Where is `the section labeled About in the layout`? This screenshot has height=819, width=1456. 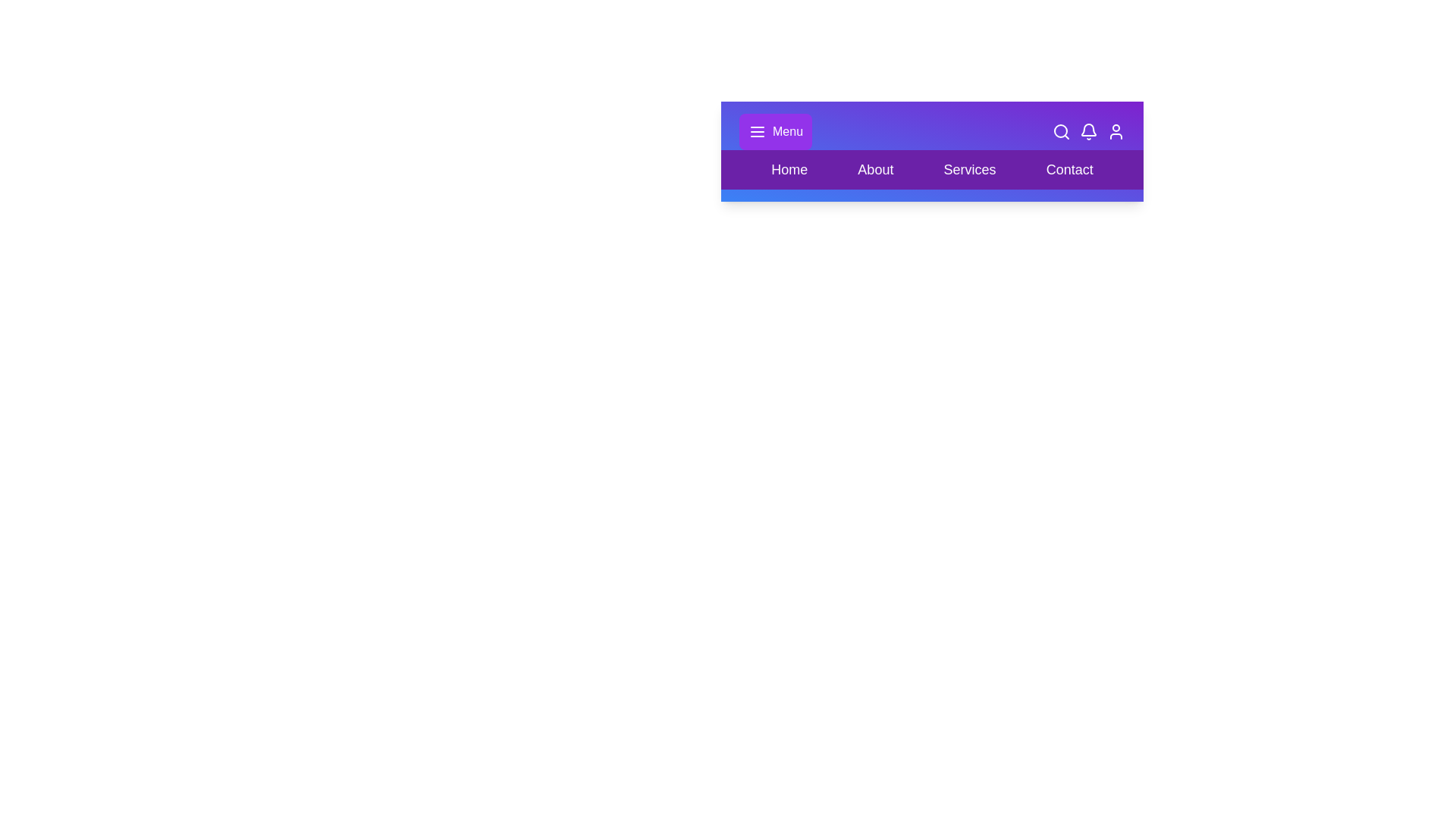 the section labeled About in the layout is located at coordinates (874, 169).